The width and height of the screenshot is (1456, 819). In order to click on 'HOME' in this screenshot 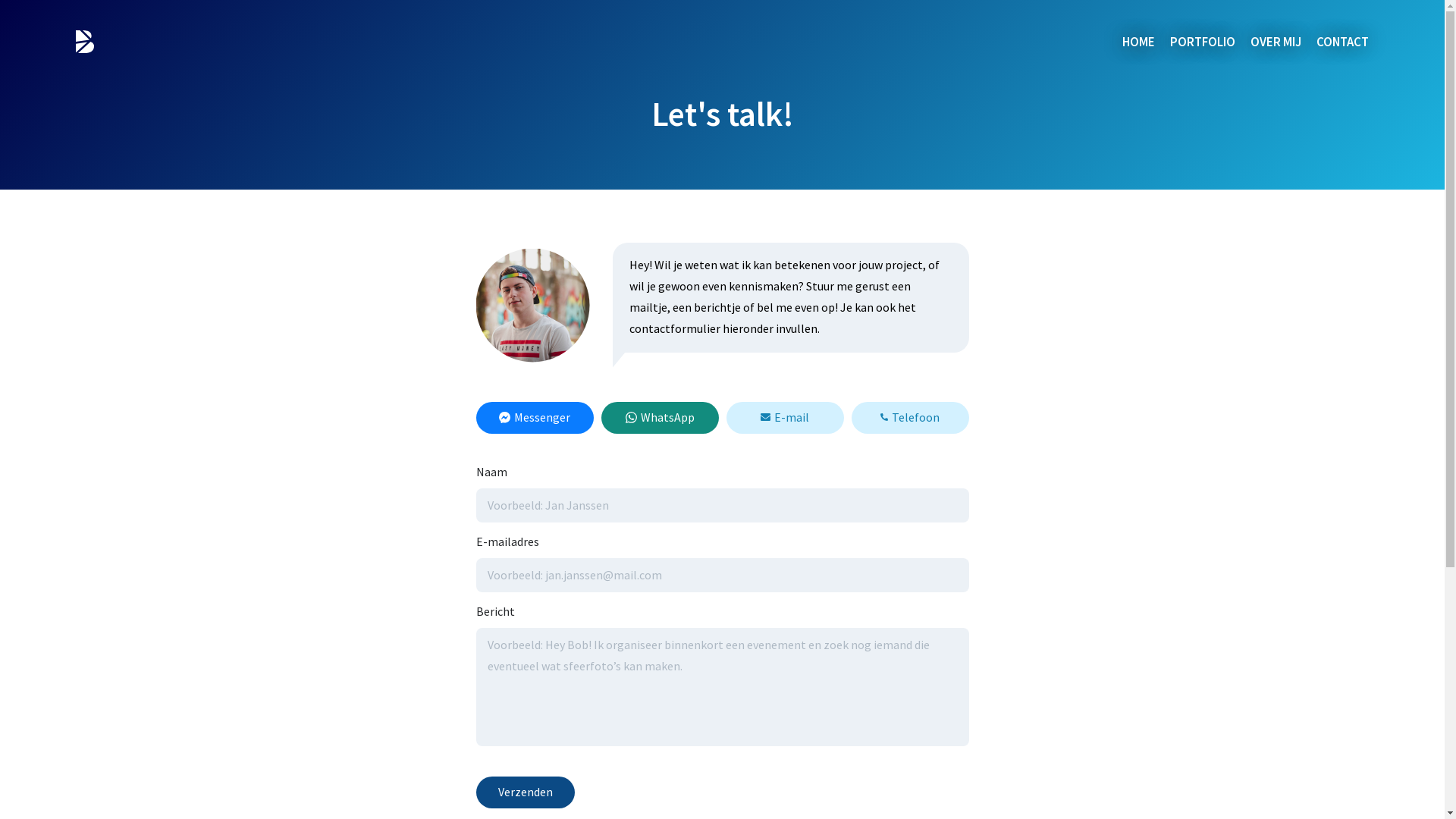, I will do `click(1138, 40)`.